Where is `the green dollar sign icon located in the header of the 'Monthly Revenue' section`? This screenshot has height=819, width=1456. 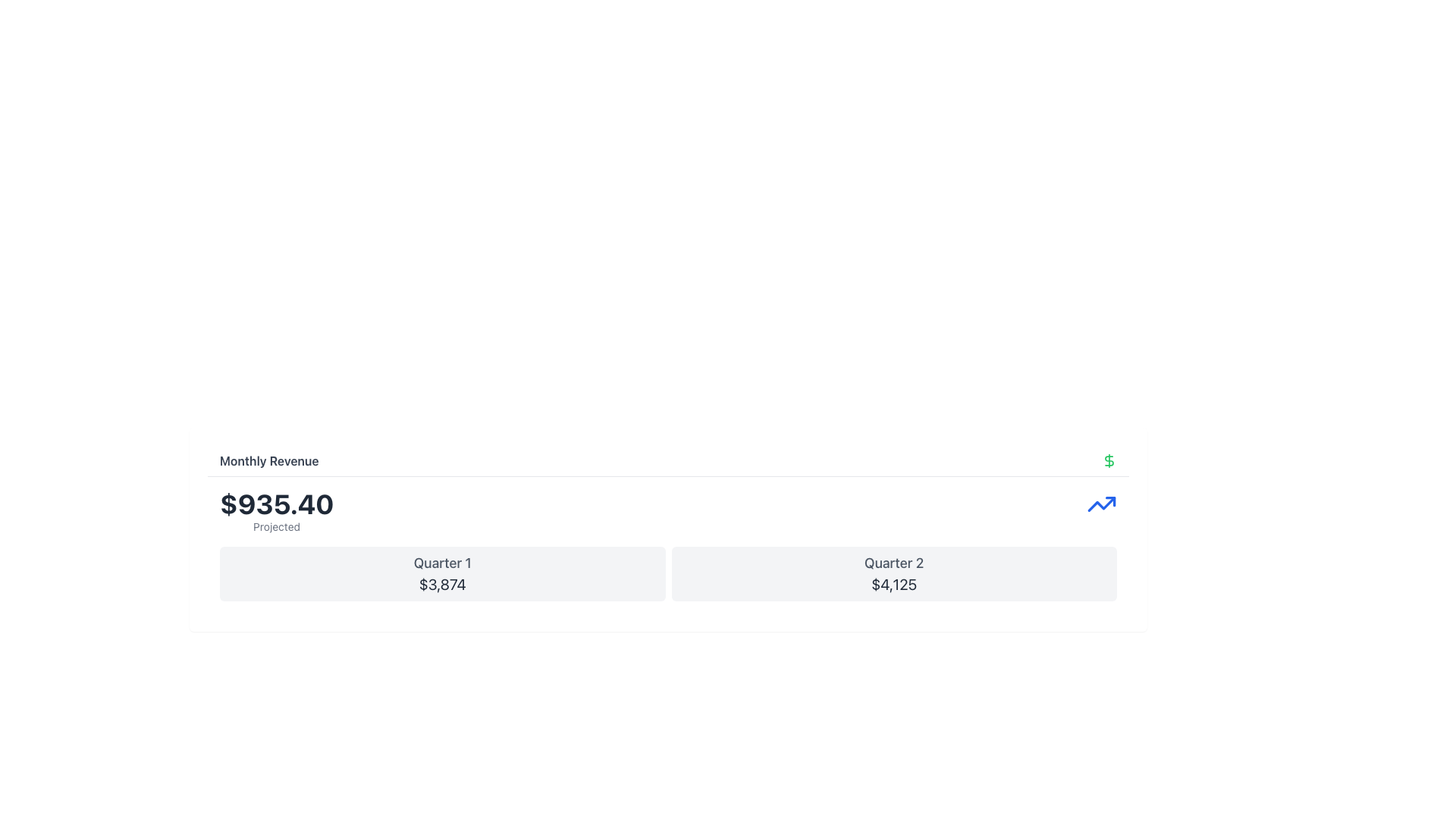 the green dollar sign icon located in the header of the 'Monthly Revenue' section is located at coordinates (1109, 460).